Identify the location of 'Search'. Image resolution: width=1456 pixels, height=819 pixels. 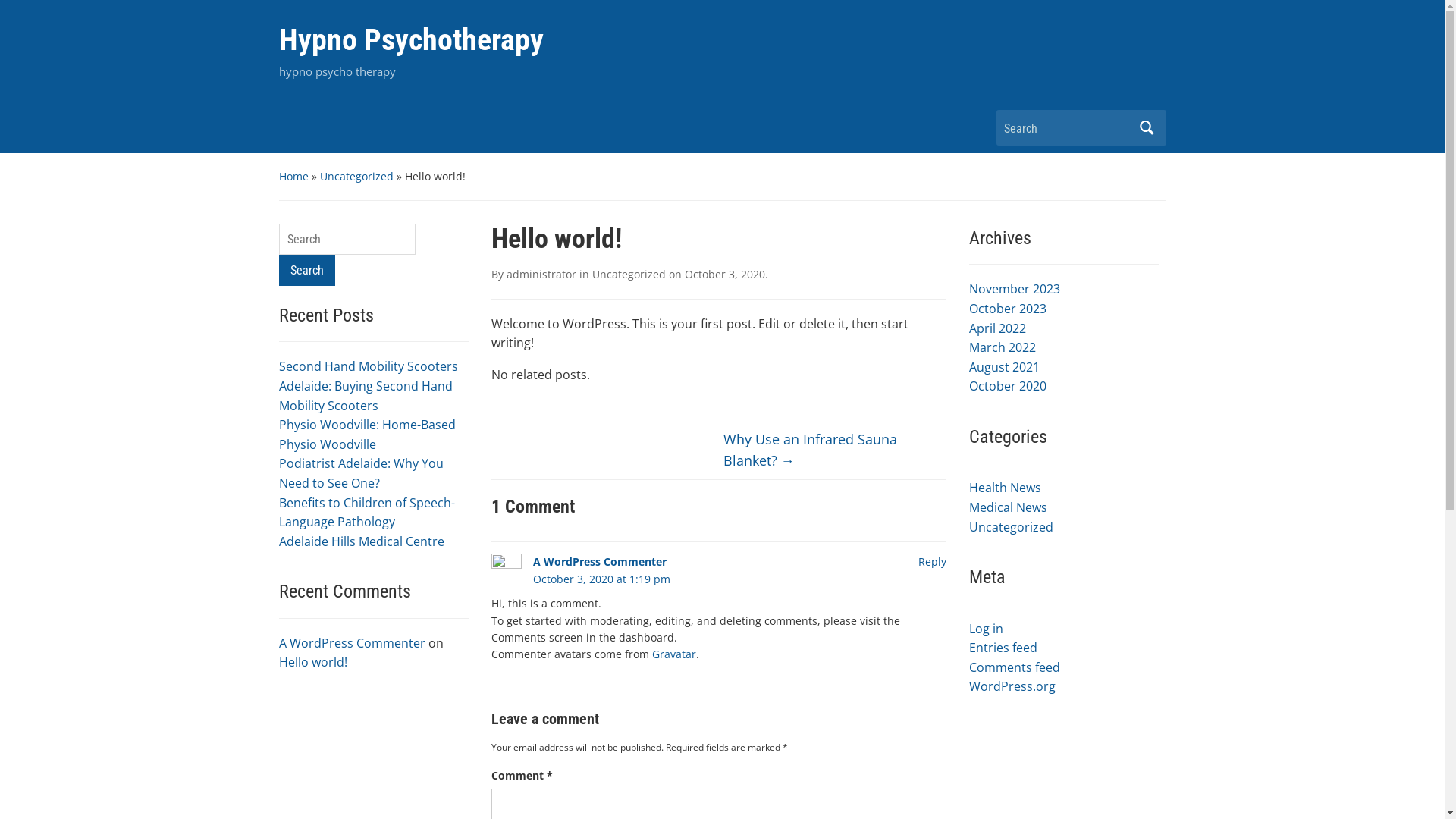
(306, 269).